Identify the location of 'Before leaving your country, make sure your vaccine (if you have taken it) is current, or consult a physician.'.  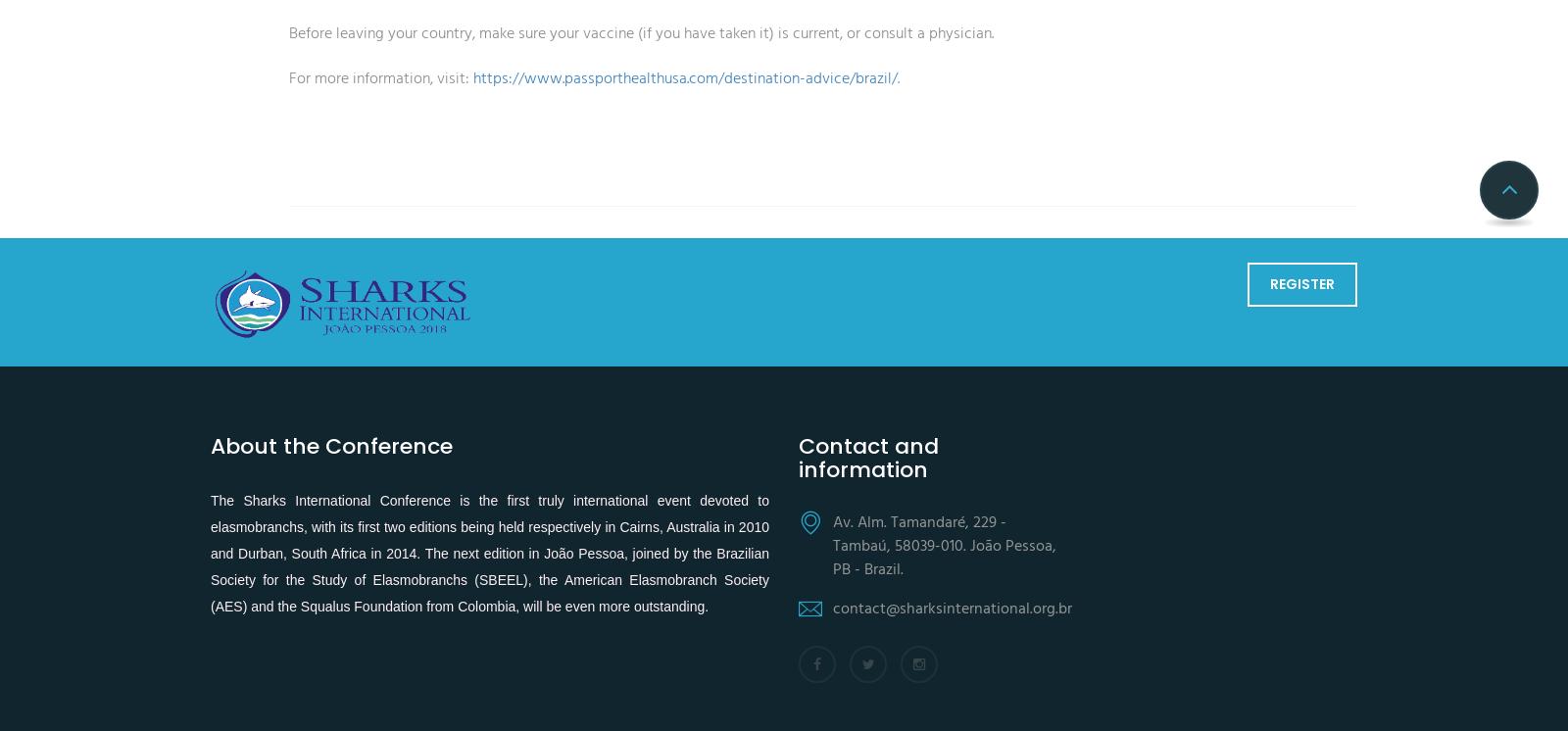
(641, 17).